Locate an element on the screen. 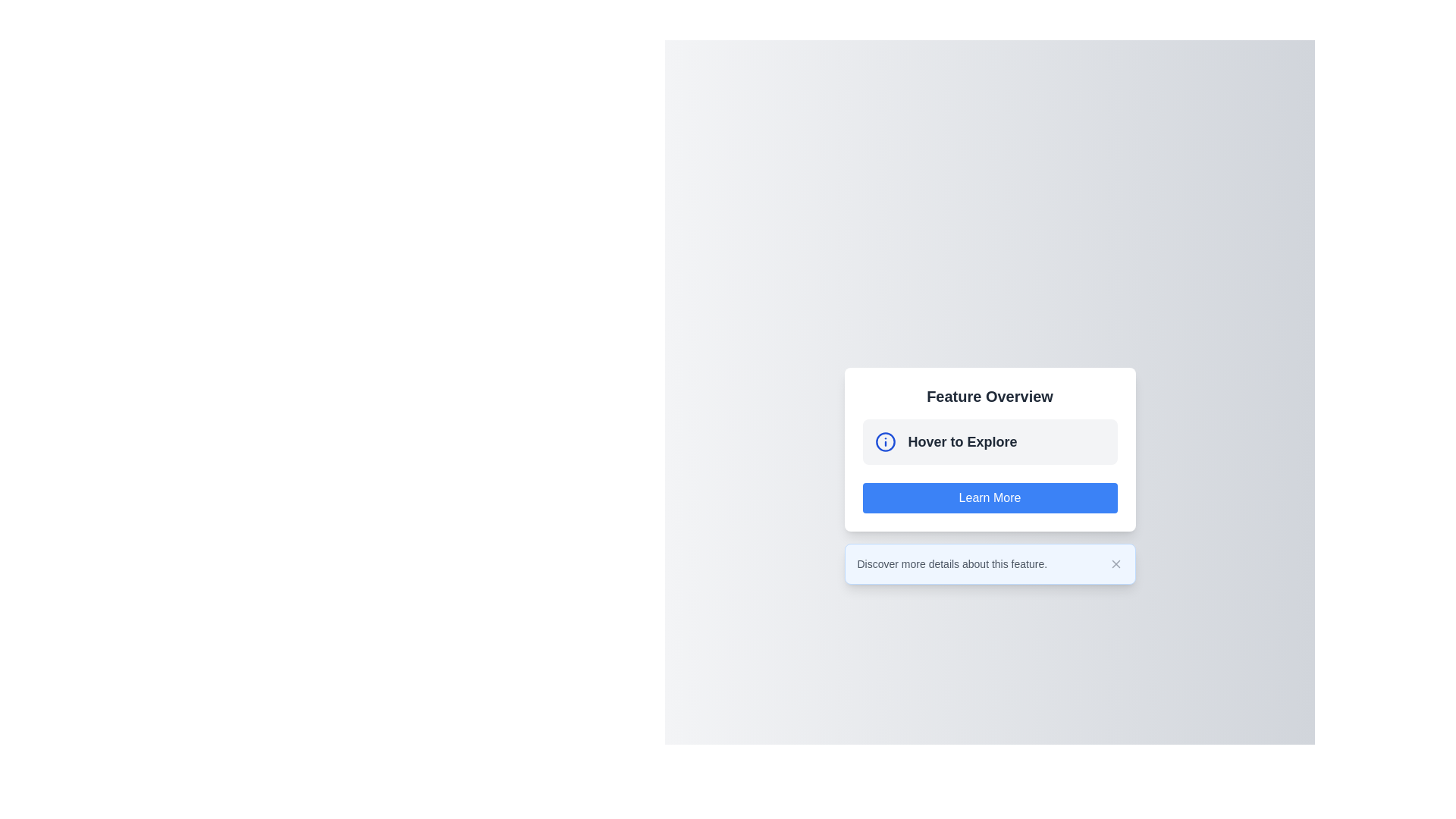 Image resolution: width=1456 pixels, height=819 pixels. the circle element of the information icon, which indicates additional information or a tooltip upon interaction is located at coordinates (885, 441).